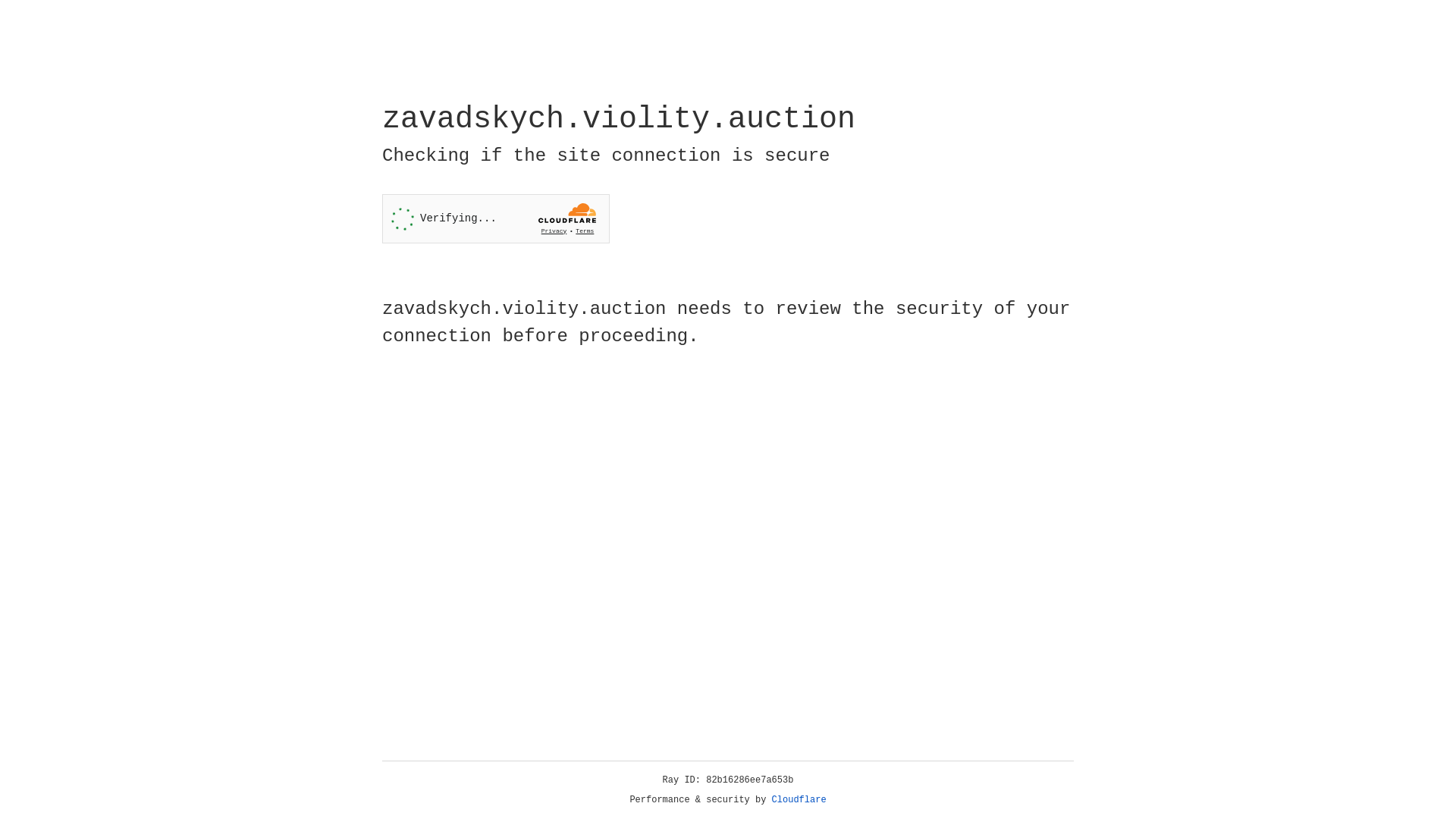  Describe the element at coordinates (495, 218) in the screenshot. I see `'Widget containing a Cloudflare security challenge'` at that location.